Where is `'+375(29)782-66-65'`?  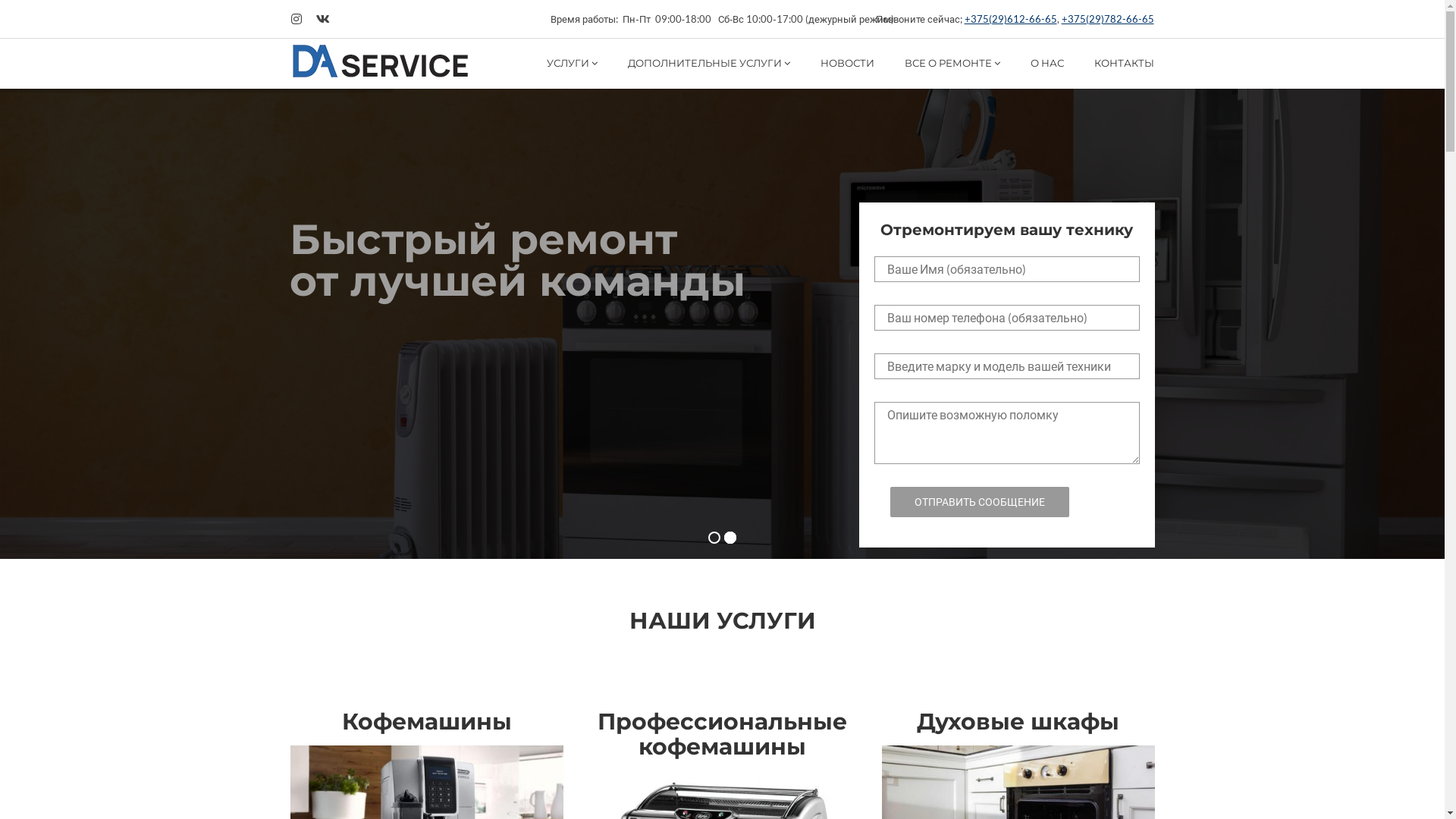 '+375(29)782-66-65' is located at coordinates (1061, 18).